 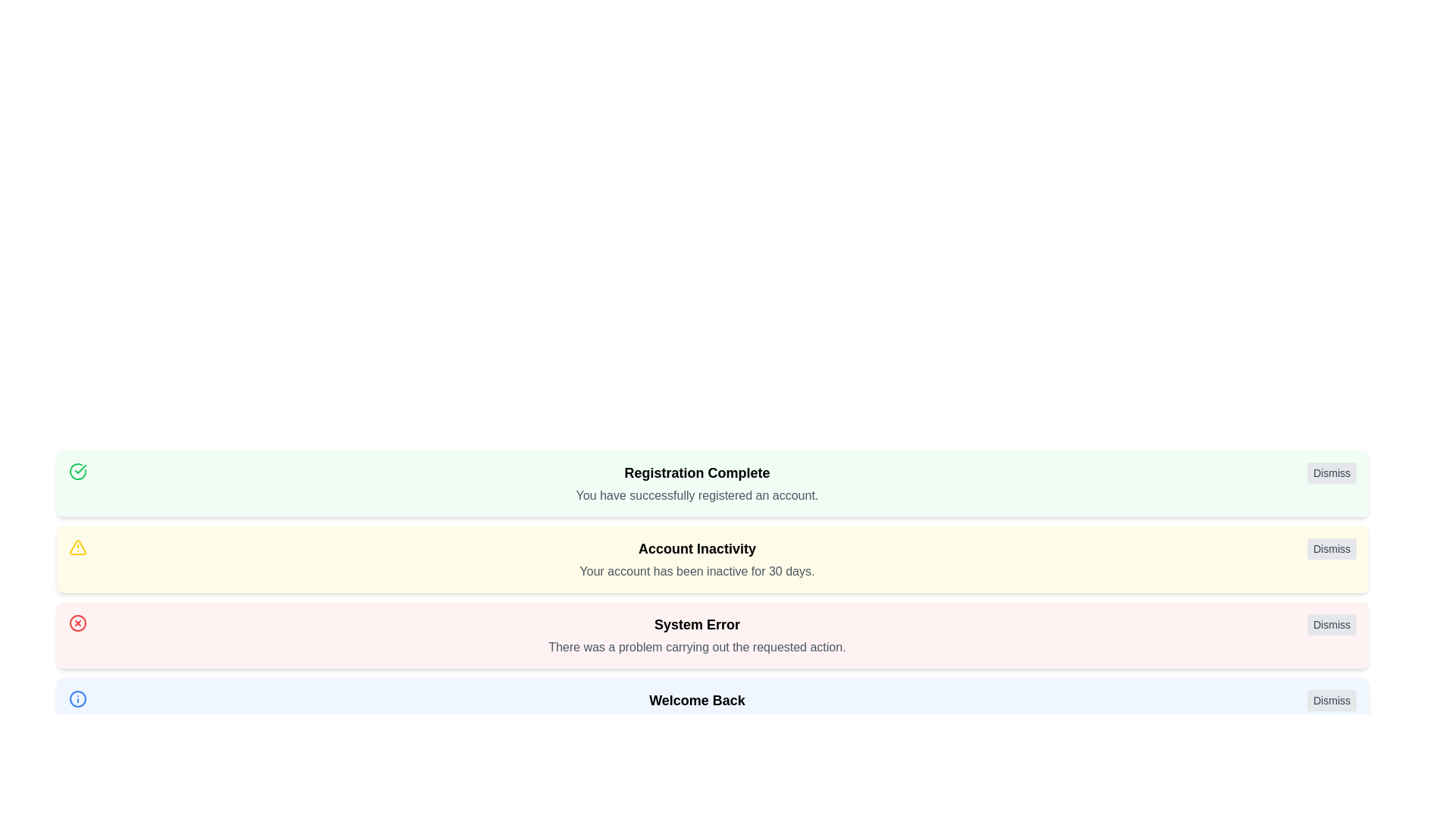 I want to click on the text label displaying 'System Error' located in the third notification segment, which has a pale red background and is positioned below the 'Account Inactivity' message, so click(x=696, y=625).